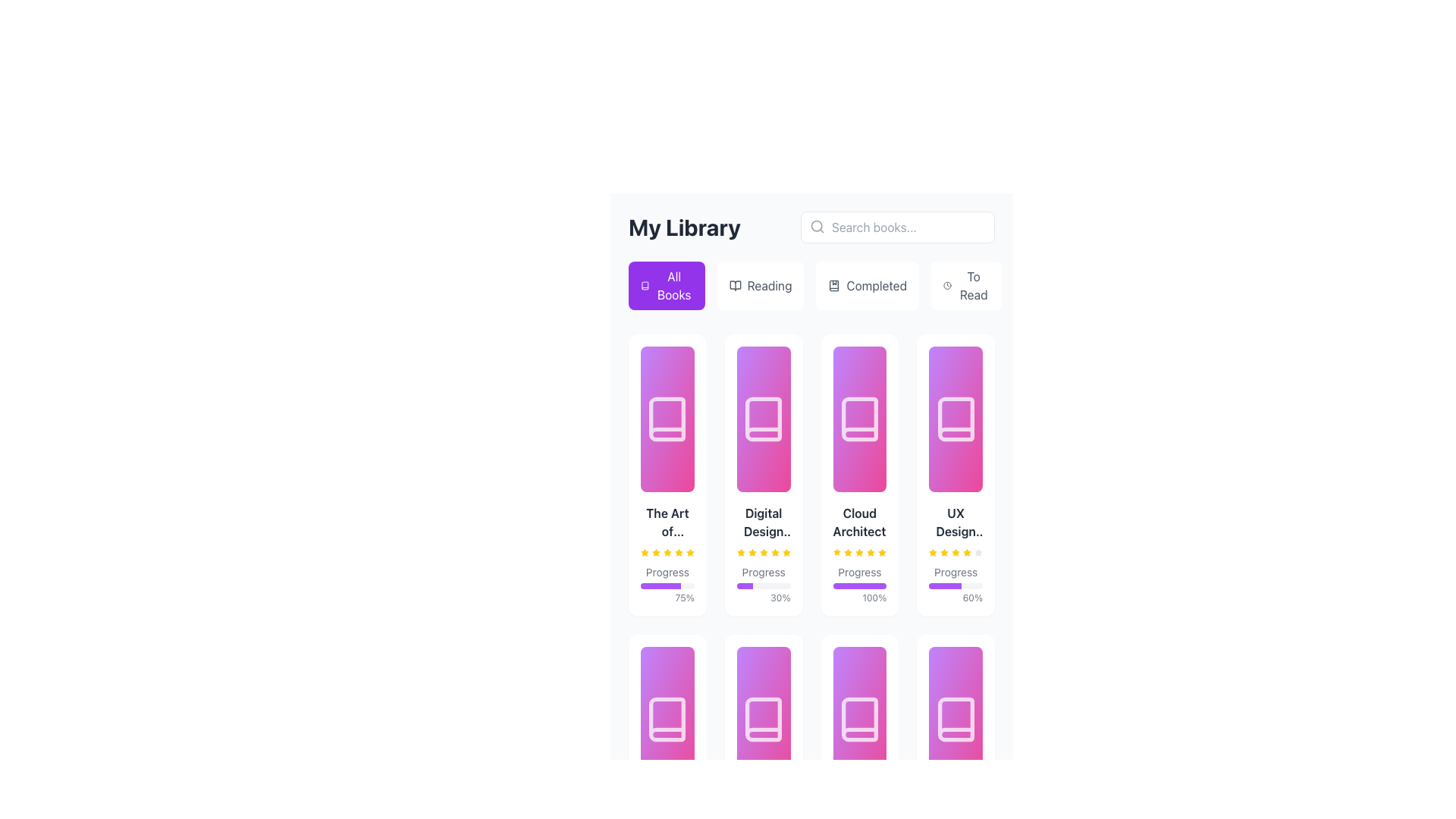 The image size is (1456, 819). Describe the element at coordinates (955, 553) in the screenshot. I see `the star rating component located within the 'UX Design Fundamentals' section to change the rating` at that location.